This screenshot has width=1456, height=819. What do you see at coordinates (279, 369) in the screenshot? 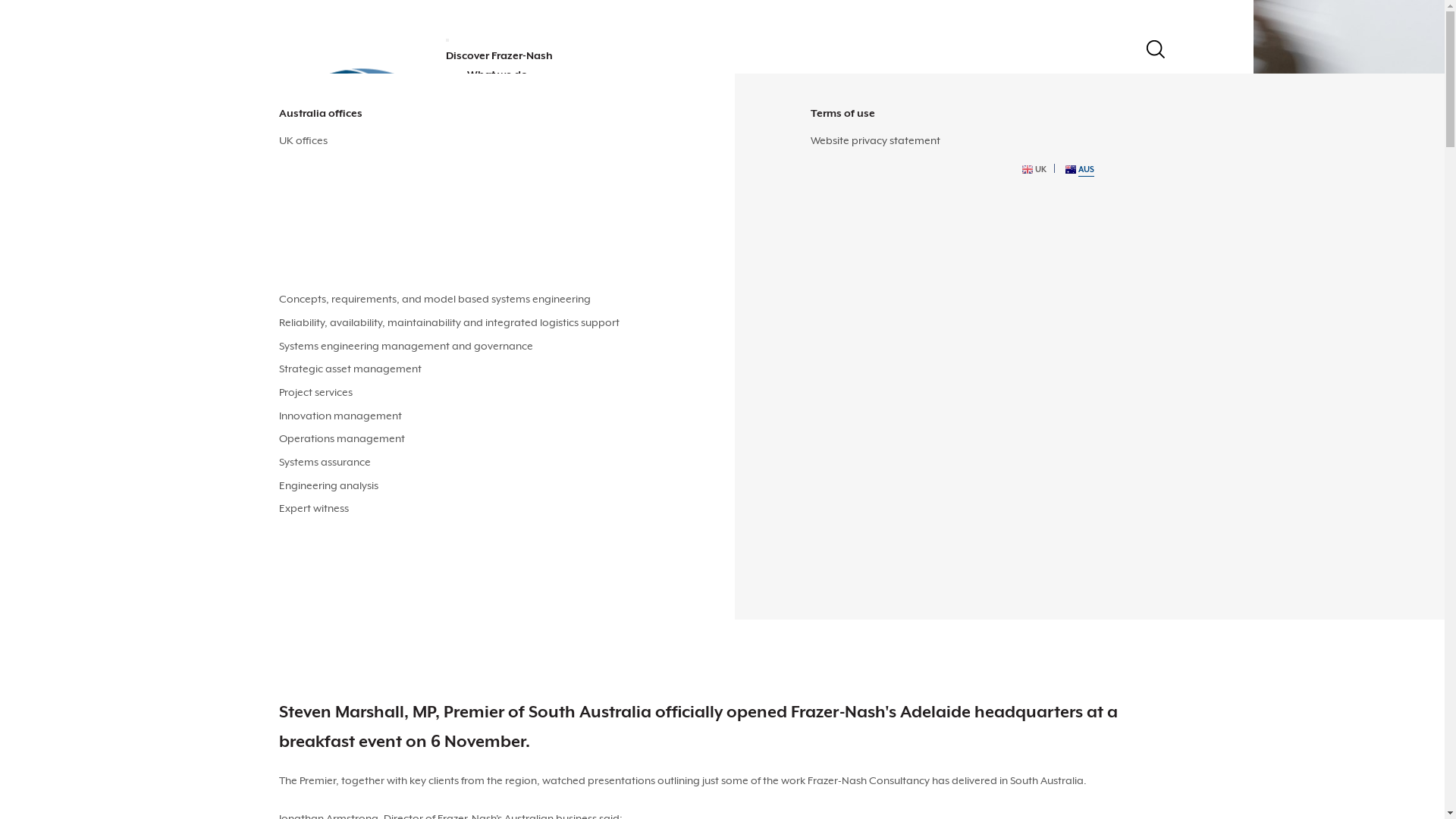
I see `'Strategic asset management'` at bounding box center [279, 369].